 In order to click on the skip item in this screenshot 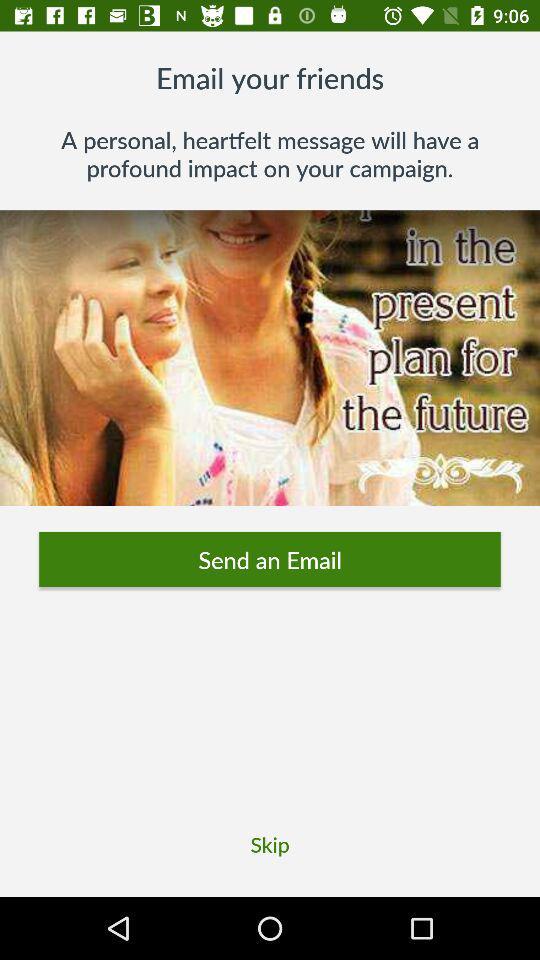, I will do `click(270, 843)`.